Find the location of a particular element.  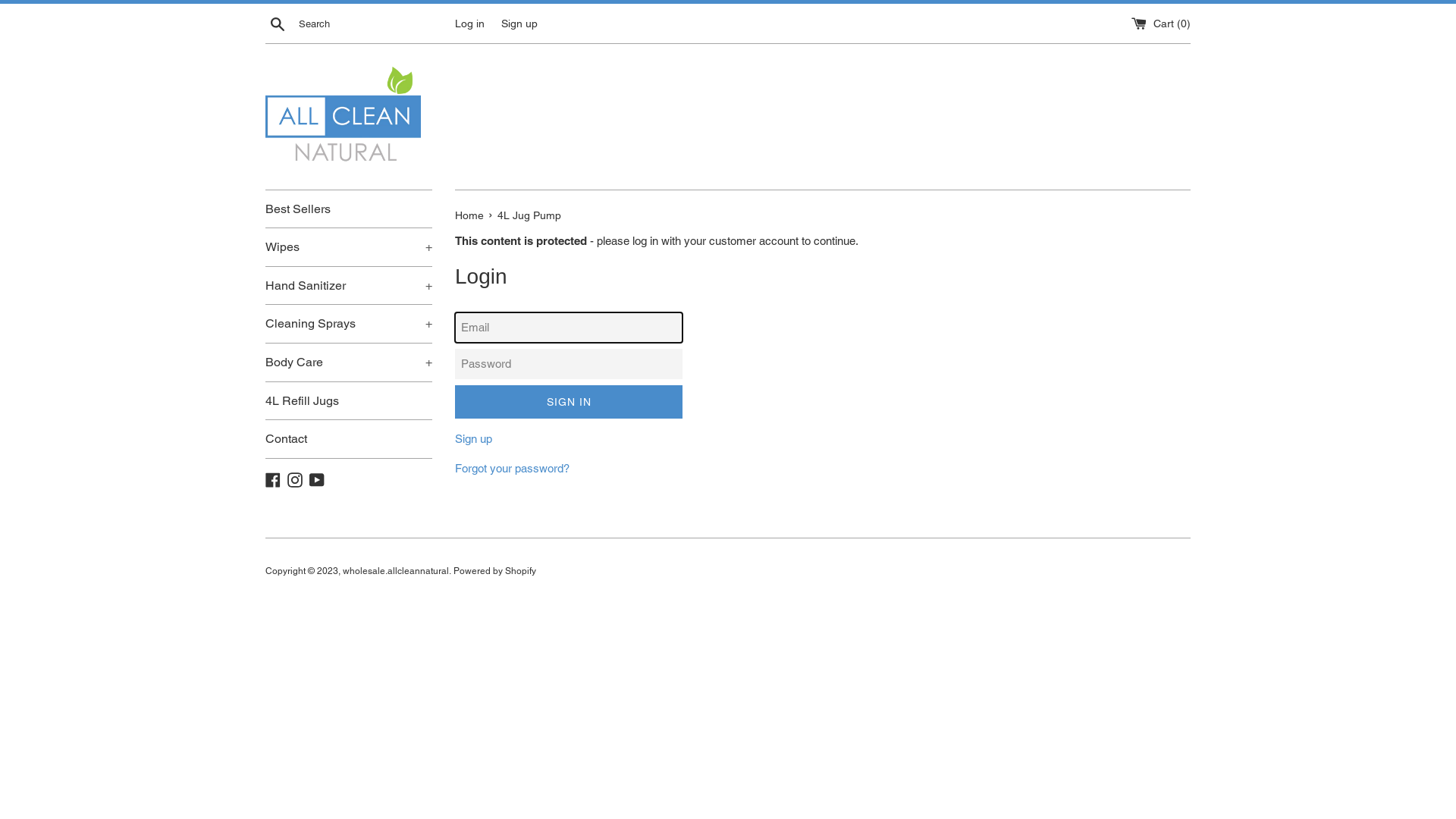

'Hand Sanitizer is located at coordinates (348, 286).